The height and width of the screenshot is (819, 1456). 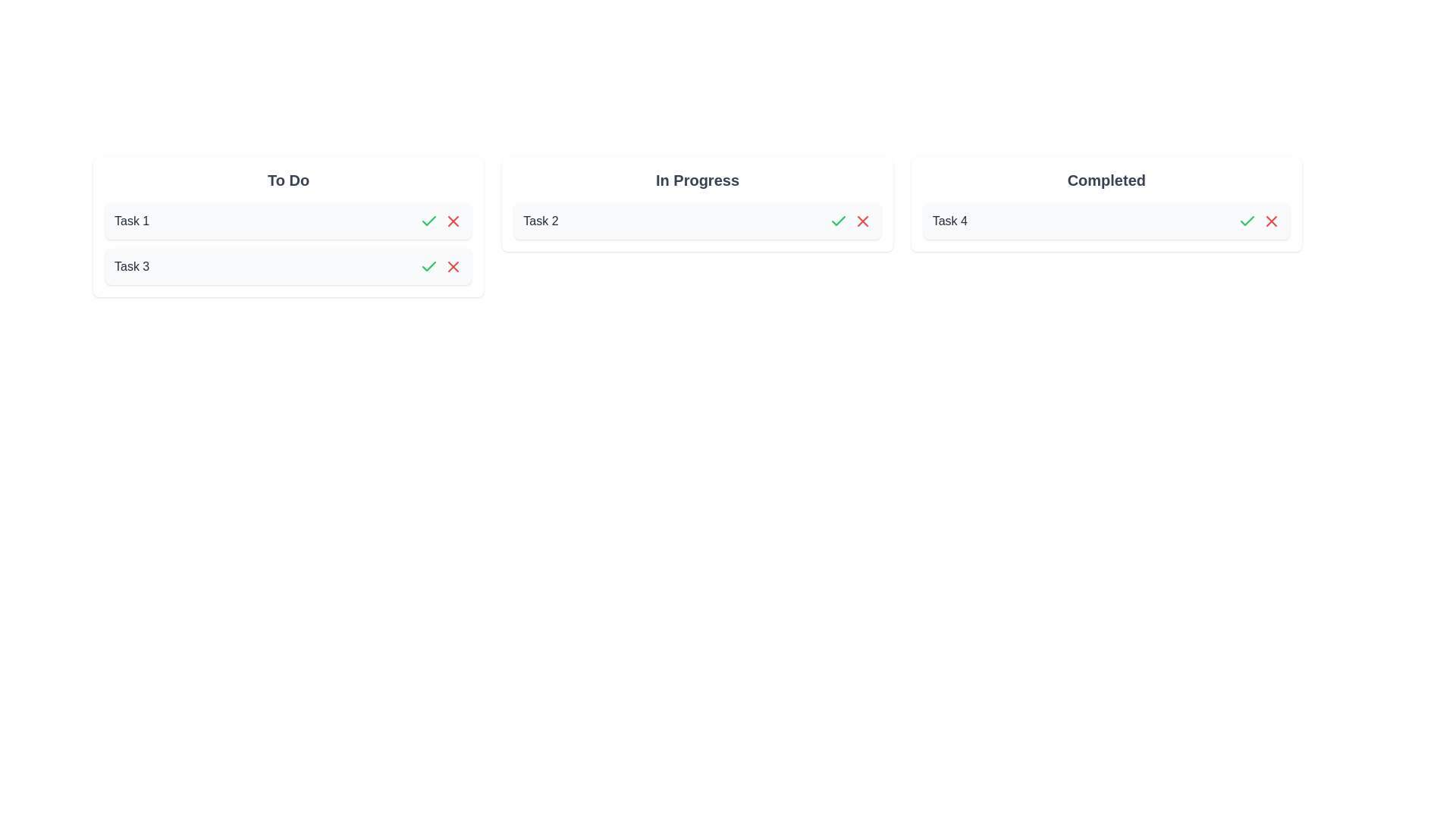 I want to click on the green checkmark button for the task named 'Task 2' to toggle its completion status, so click(x=837, y=221).